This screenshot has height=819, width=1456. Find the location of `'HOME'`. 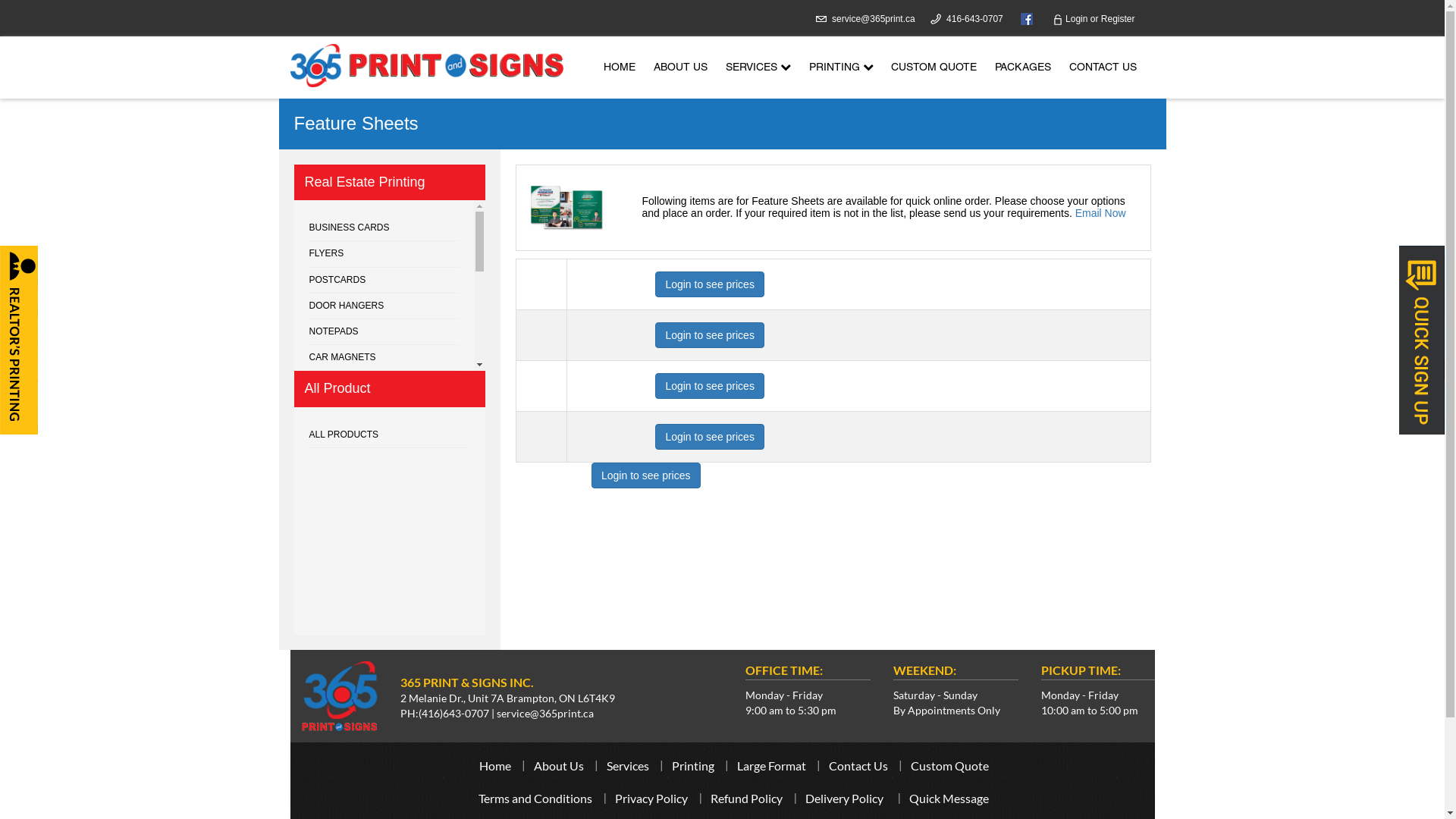

'HOME' is located at coordinates (619, 67).